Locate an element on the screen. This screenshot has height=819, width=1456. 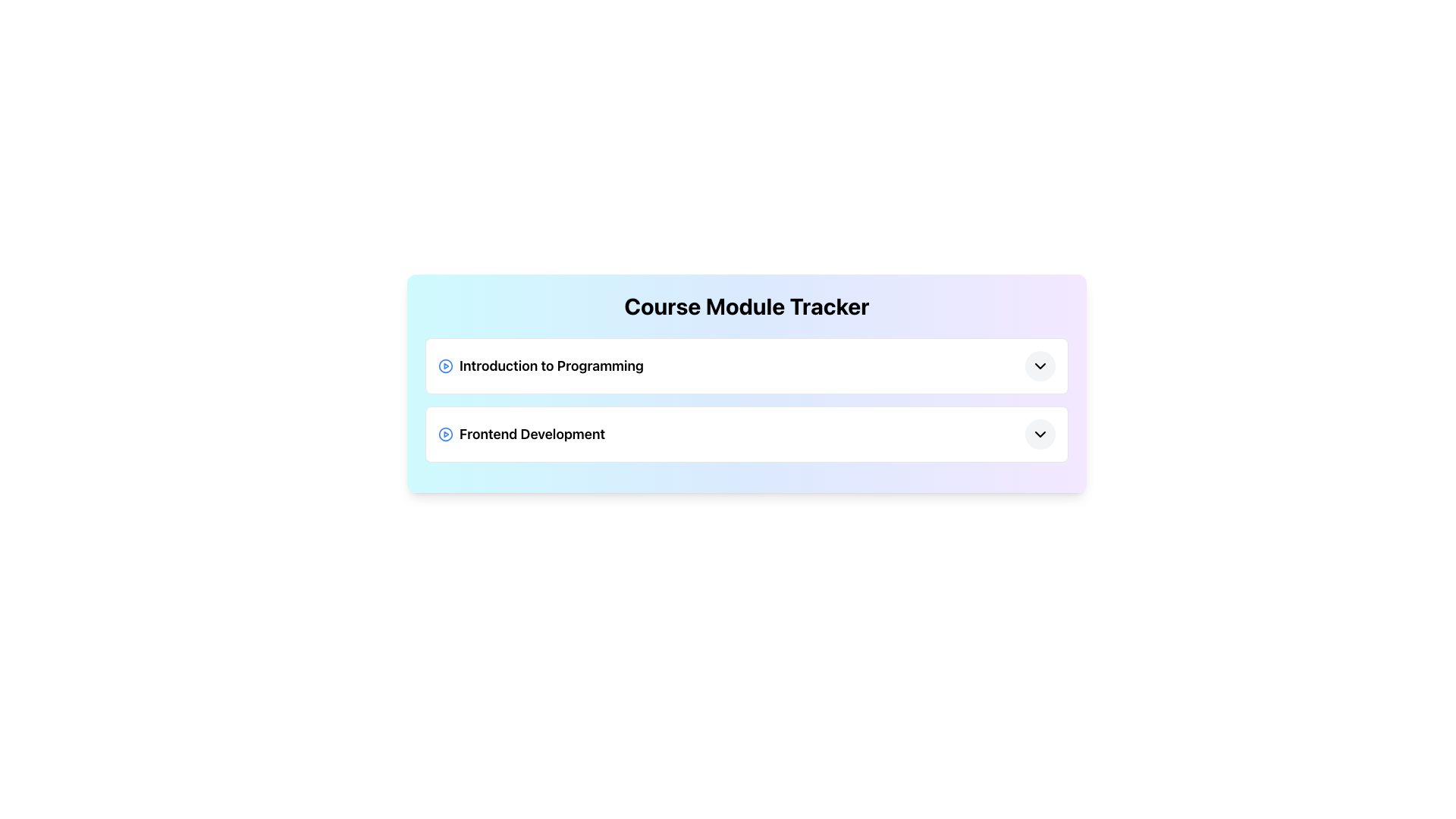
the chevron SVG icon located in the second row of the course module tracker next to the 'Frontend Development' label is located at coordinates (1040, 435).